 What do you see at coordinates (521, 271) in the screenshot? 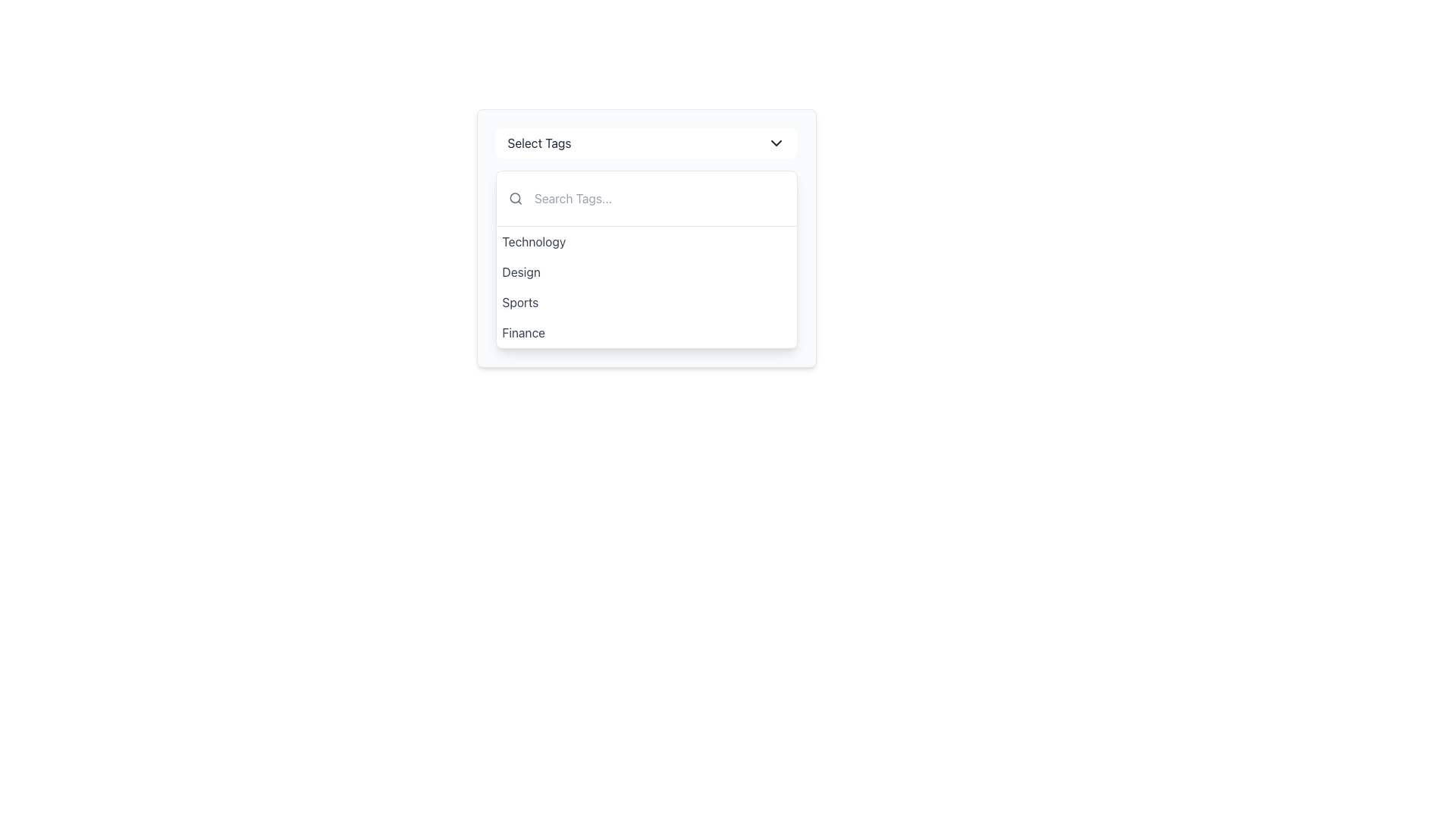
I see `the 'Design' text label in the dropdown list under 'Select Tags'` at bounding box center [521, 271].